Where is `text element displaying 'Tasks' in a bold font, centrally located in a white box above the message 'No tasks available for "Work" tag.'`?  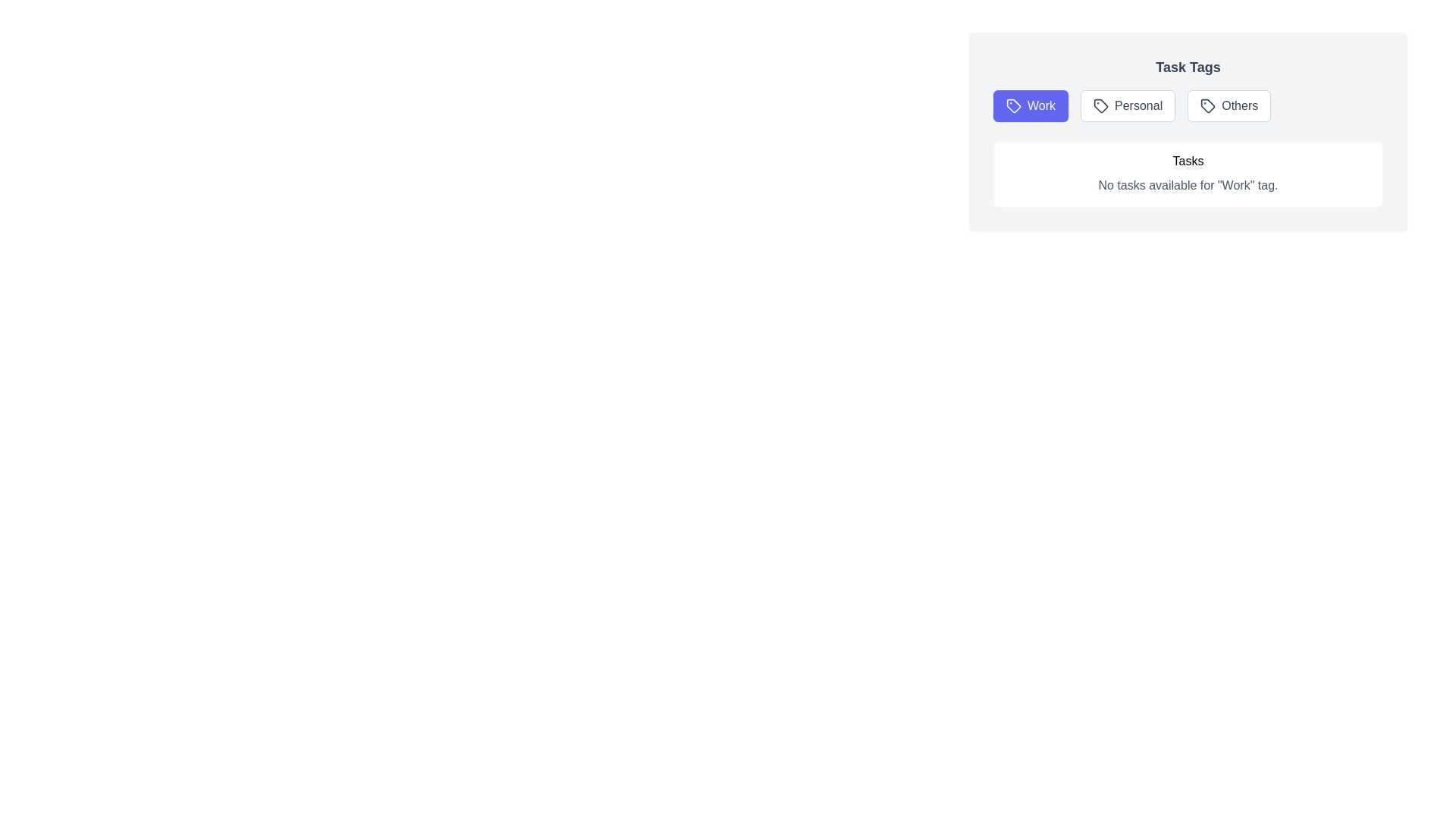 text element displaying 'Tasks' in a bold font, centrally located in a white box above the message 'No tasks available for "Work" tag.' is located at coordinates (1187, 161).